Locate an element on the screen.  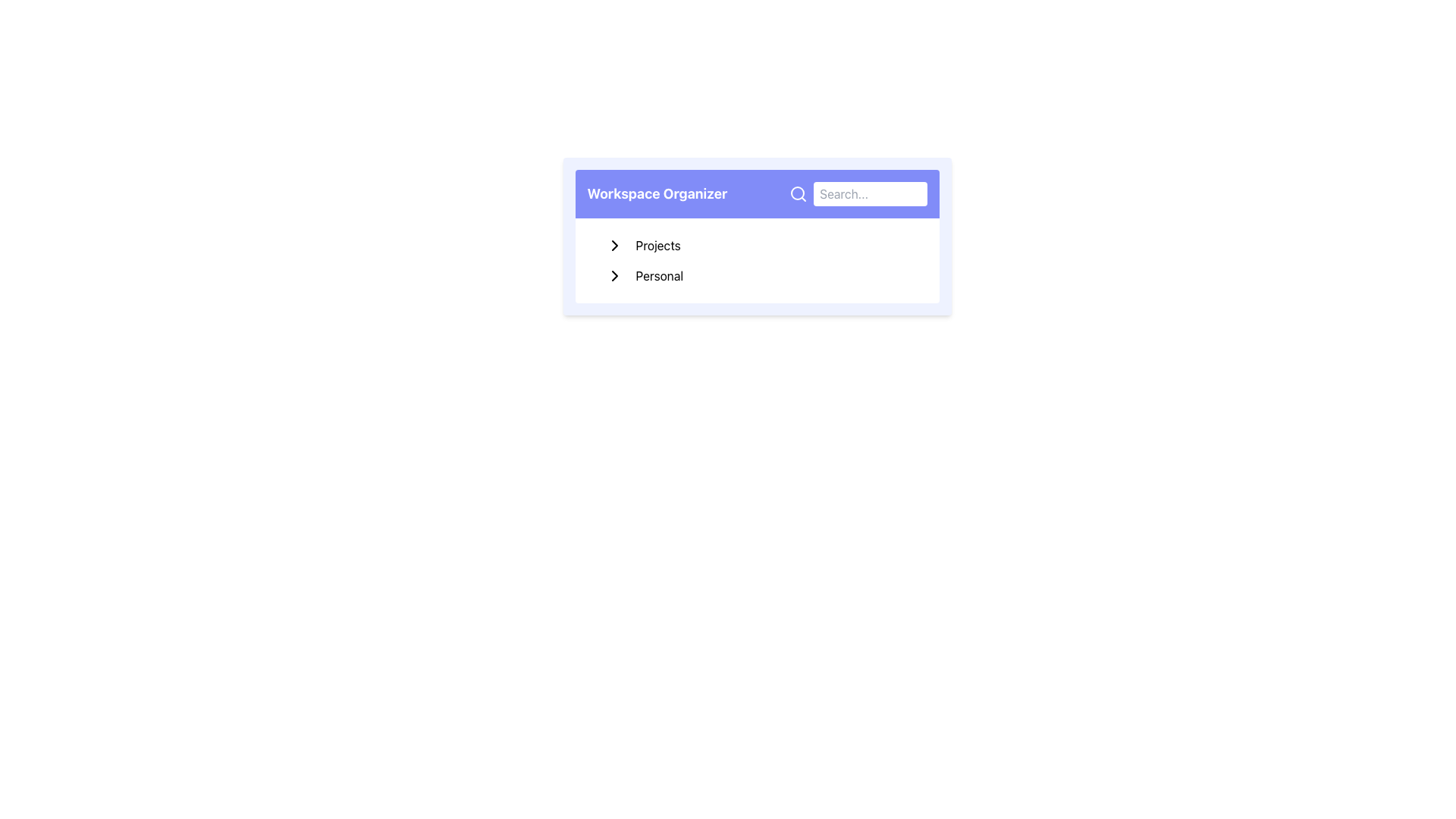
the expandable/collapsible menu icon located to the left of the 'Projects' text is located at coordinates (614, 245).